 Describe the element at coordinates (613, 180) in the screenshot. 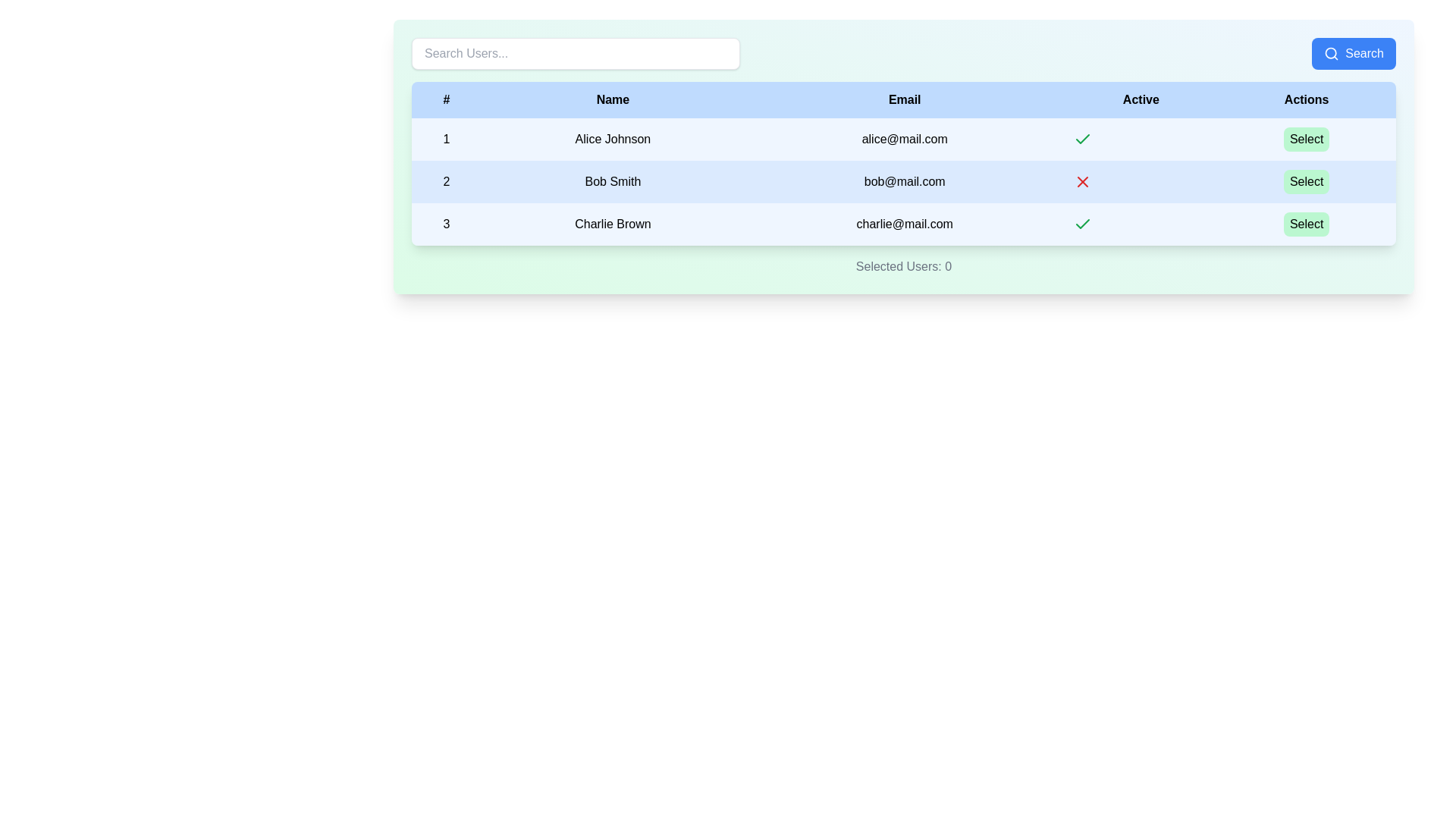

I see `the text displayed in the label 'Bob Smith' located in the second row of the table under the 'Name' column` at that location.